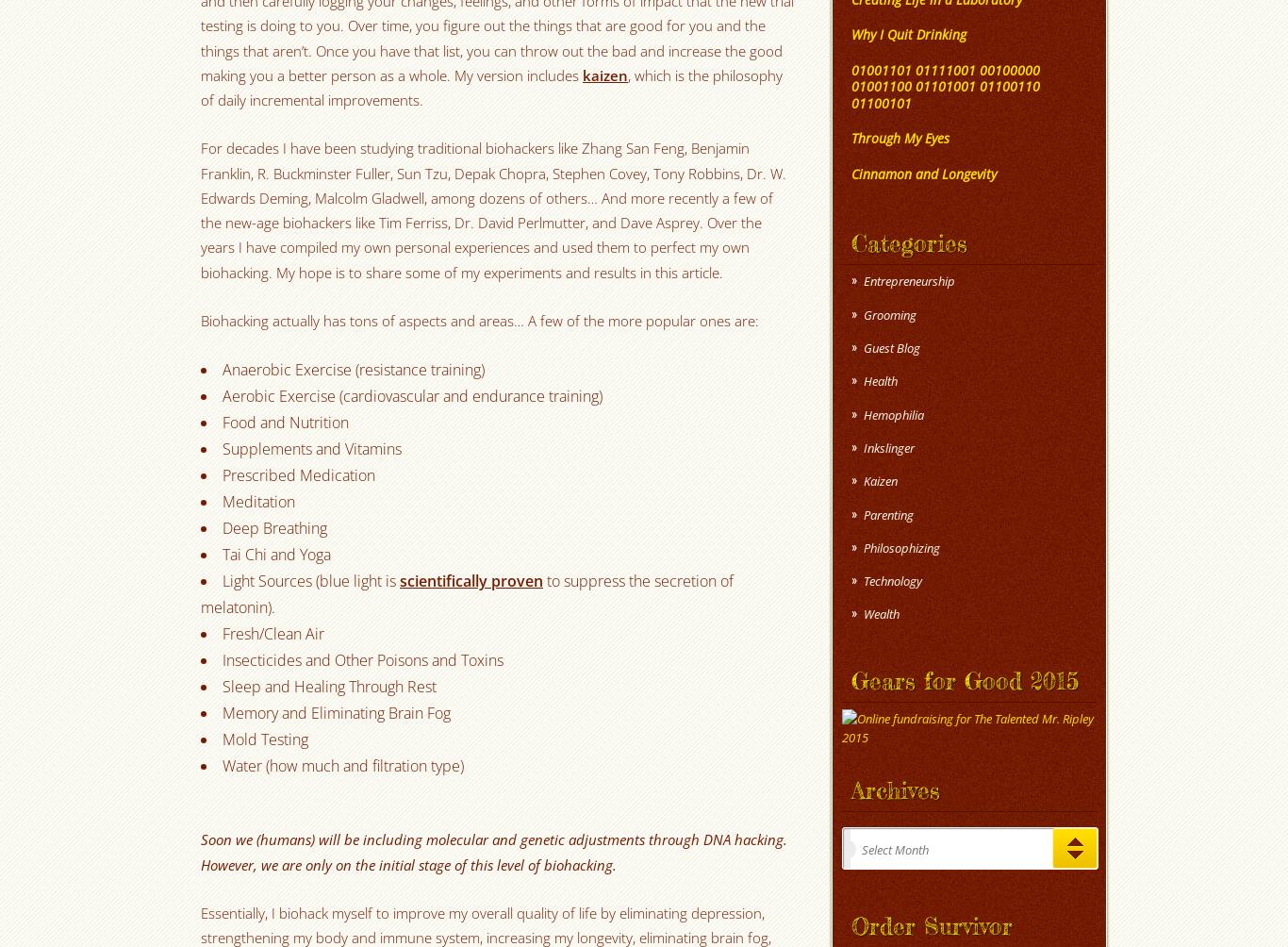 This screenshot has height=947, width=1288. I want to click on '01001101 01111001 00100000 01001100 01101001 01100110 01100101', so click(850, 85).